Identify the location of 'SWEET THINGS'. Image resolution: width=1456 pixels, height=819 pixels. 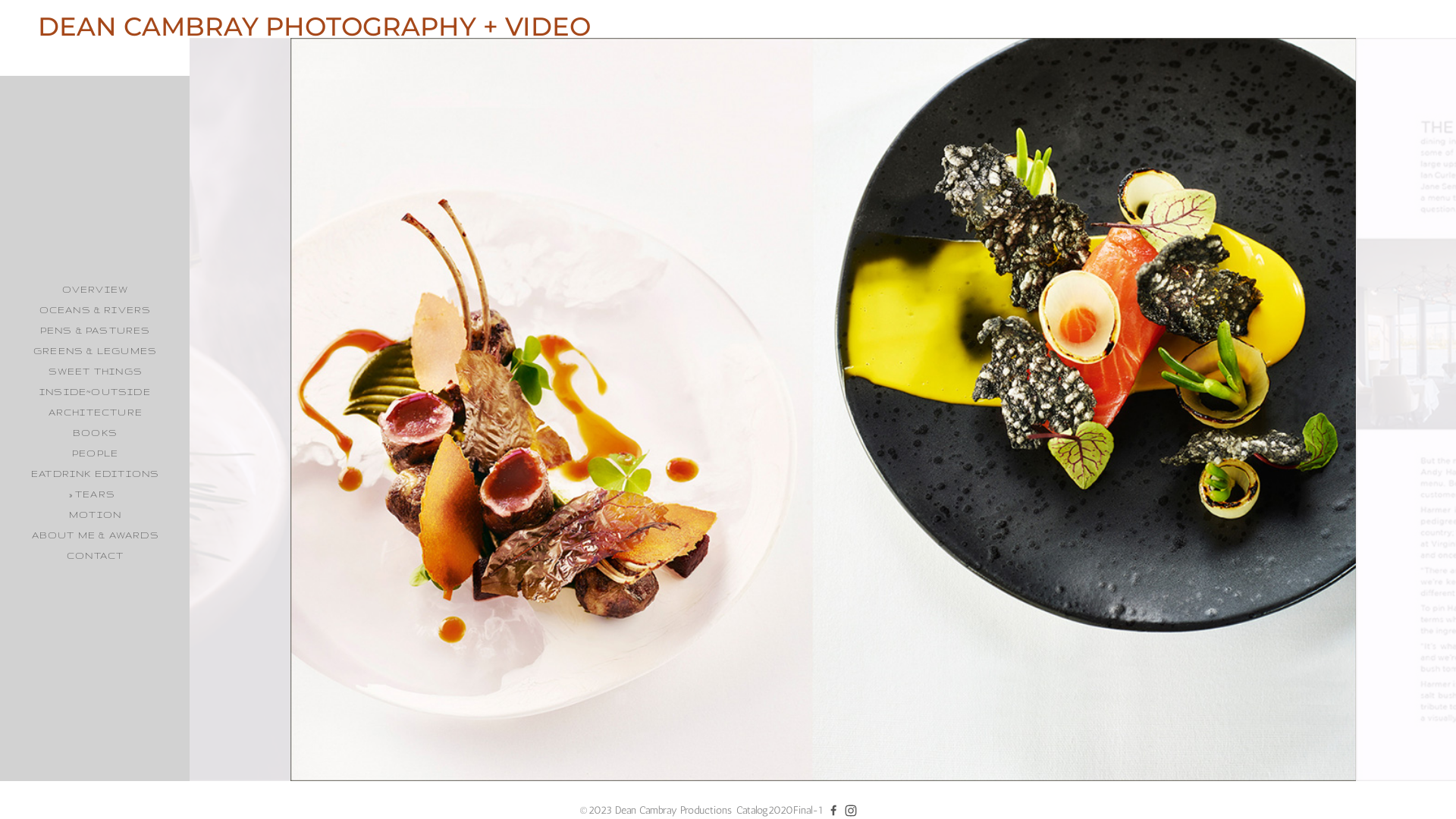
(94, 371).